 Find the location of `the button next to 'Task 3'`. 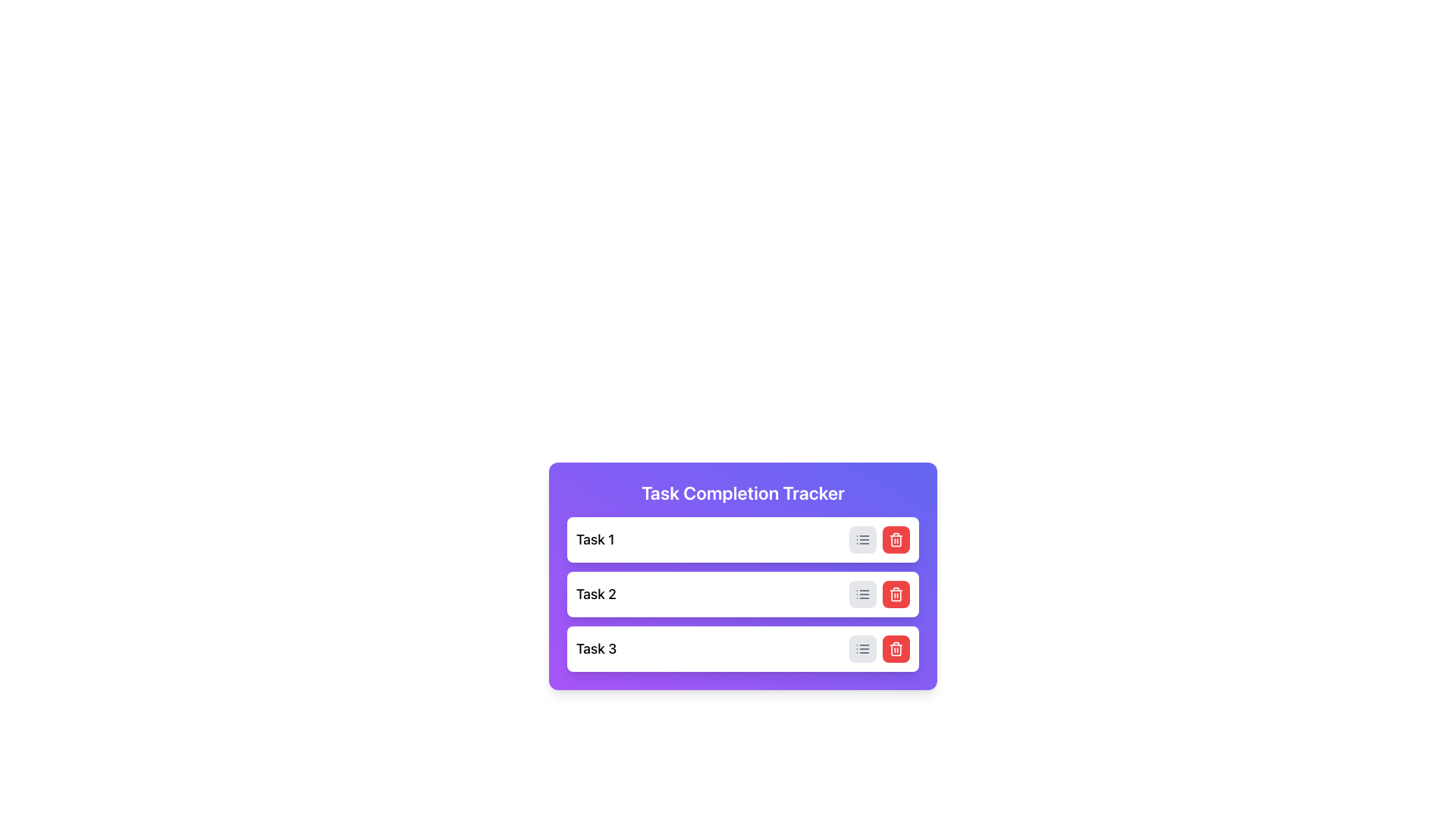

the button next to 'Task 3' is located at coordinates (862, 648).